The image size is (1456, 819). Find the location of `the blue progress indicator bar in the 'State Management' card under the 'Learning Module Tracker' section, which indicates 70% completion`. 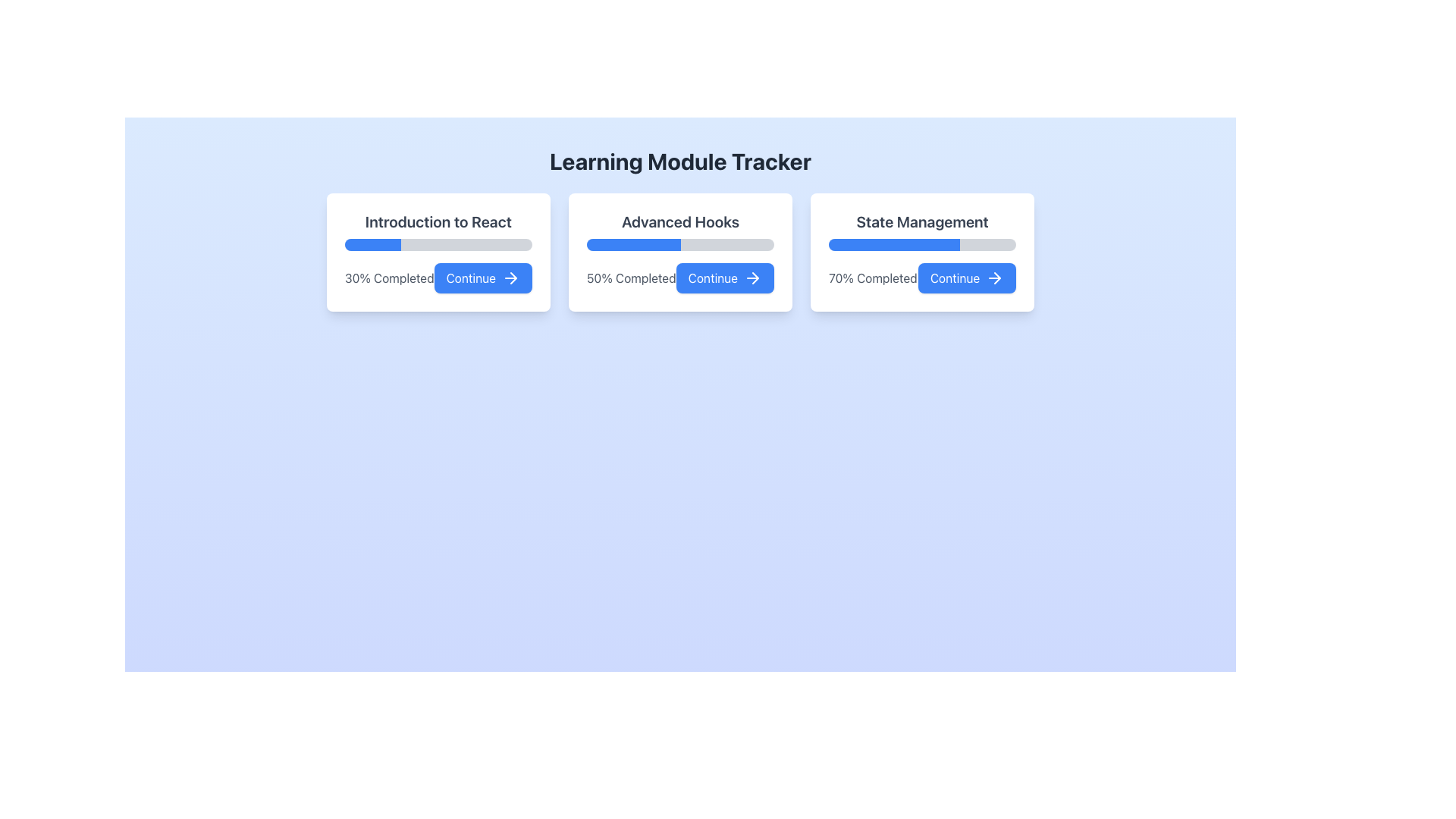

the blue progress indicator bar in the 'State Management' card under the 'Learning Module Tracker' section, which indicates 70% completion is located at coordinates (894, 244).